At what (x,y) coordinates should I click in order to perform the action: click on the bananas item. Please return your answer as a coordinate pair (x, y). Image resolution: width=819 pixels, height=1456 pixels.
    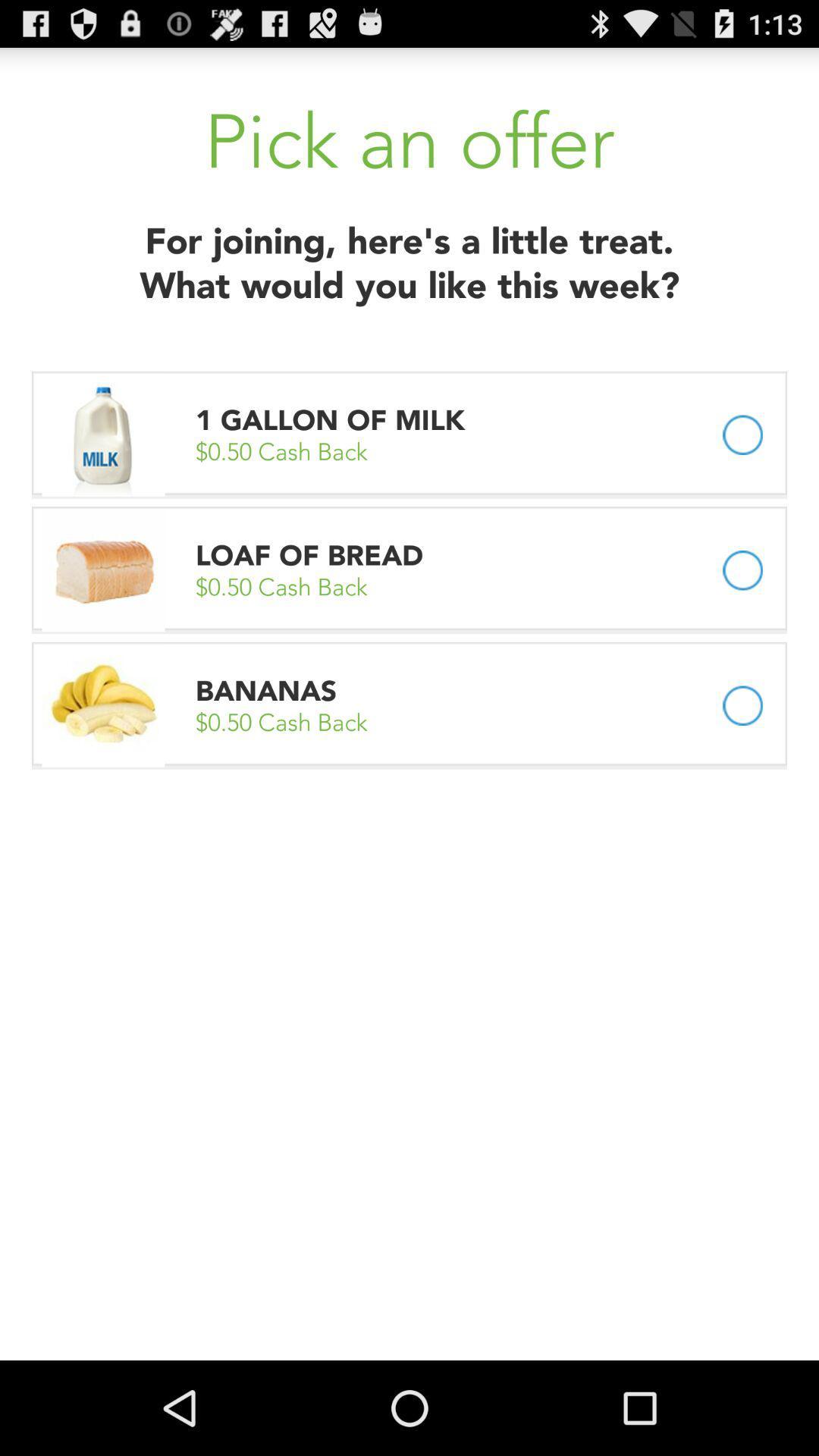
    Looking at the image, I should click on (265, 690).